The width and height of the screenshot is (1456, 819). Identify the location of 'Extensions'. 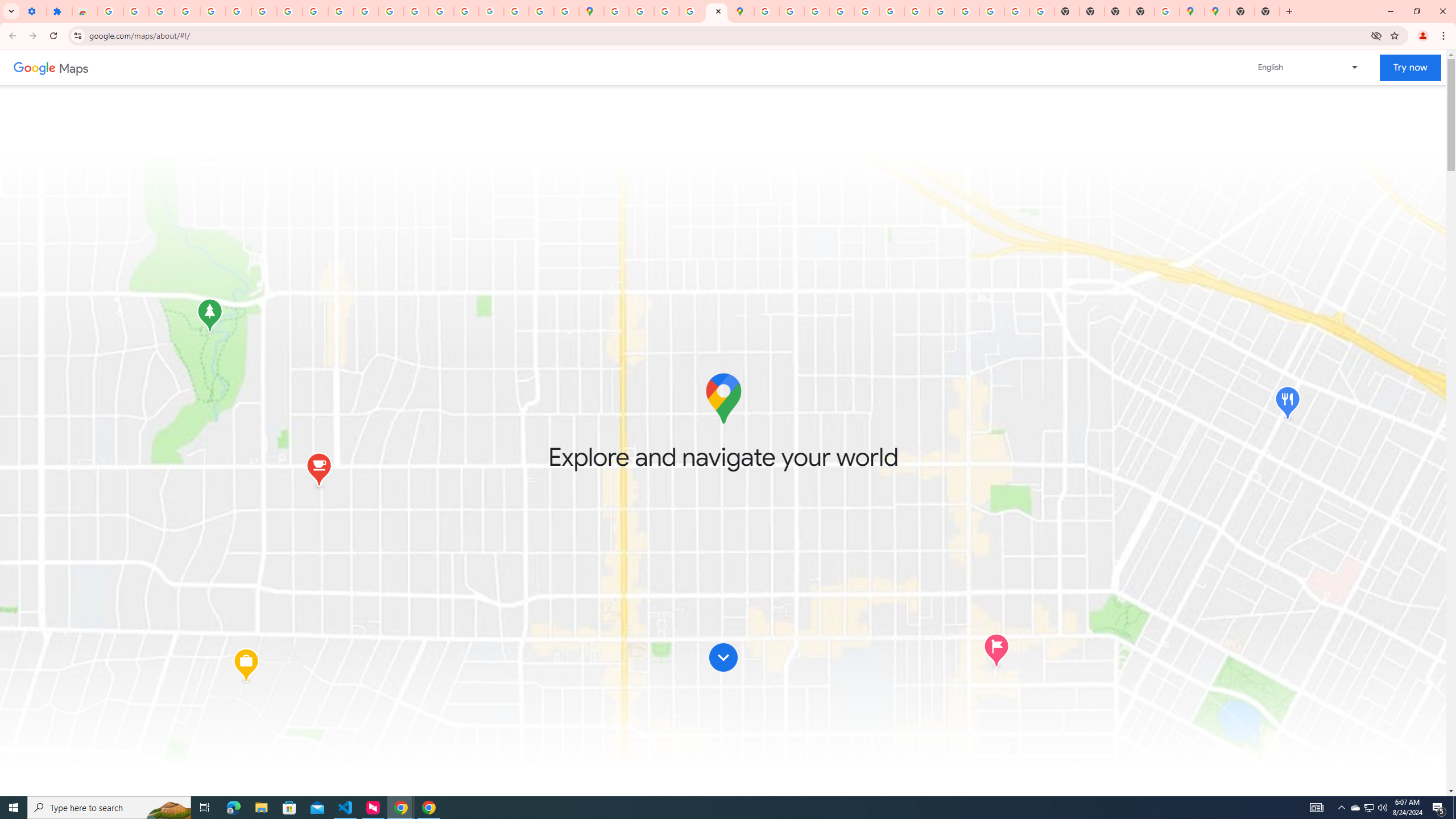
(59, 11).